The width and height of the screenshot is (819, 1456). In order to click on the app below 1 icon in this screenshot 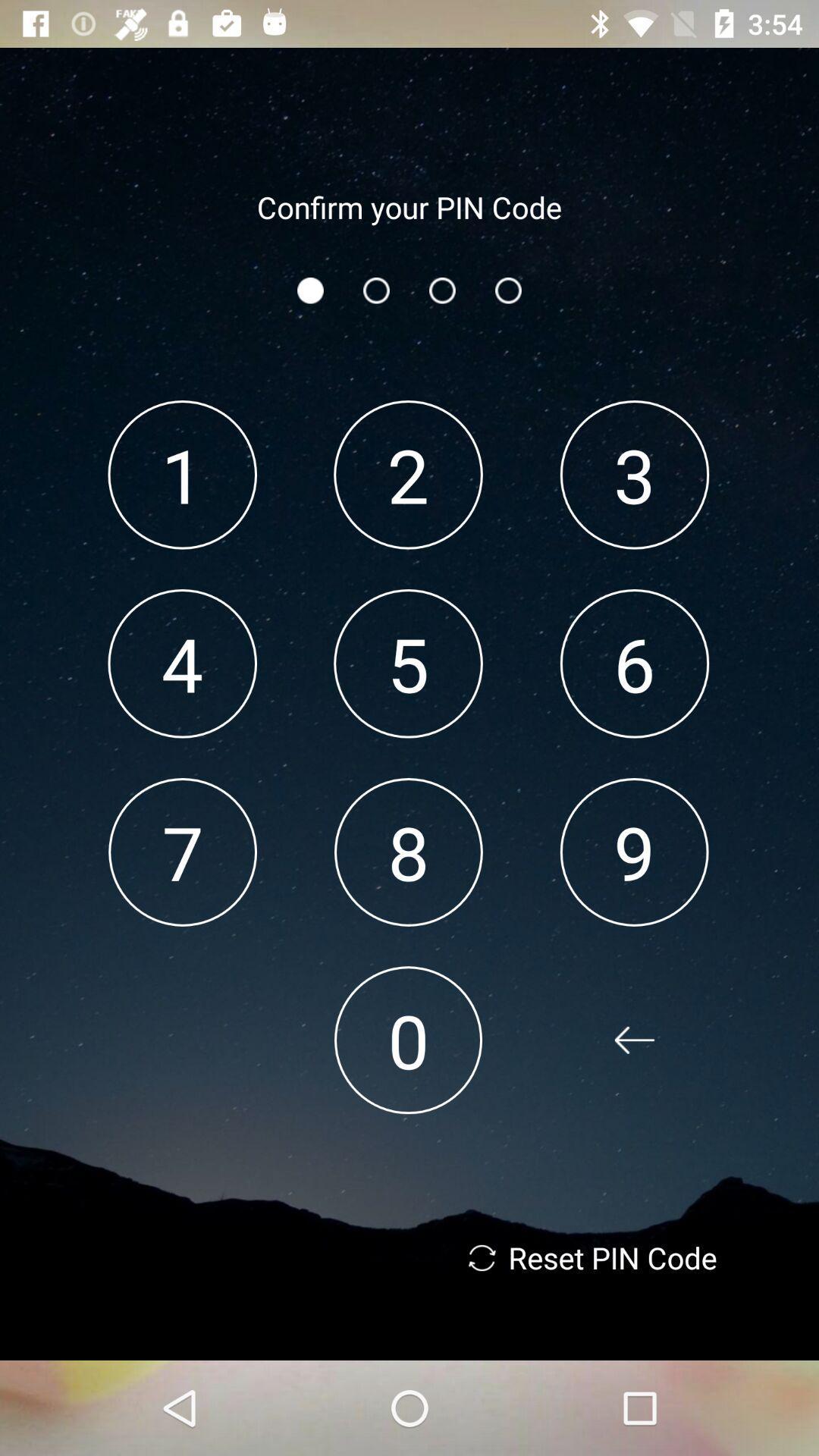, I will do `click(181, 664)`.